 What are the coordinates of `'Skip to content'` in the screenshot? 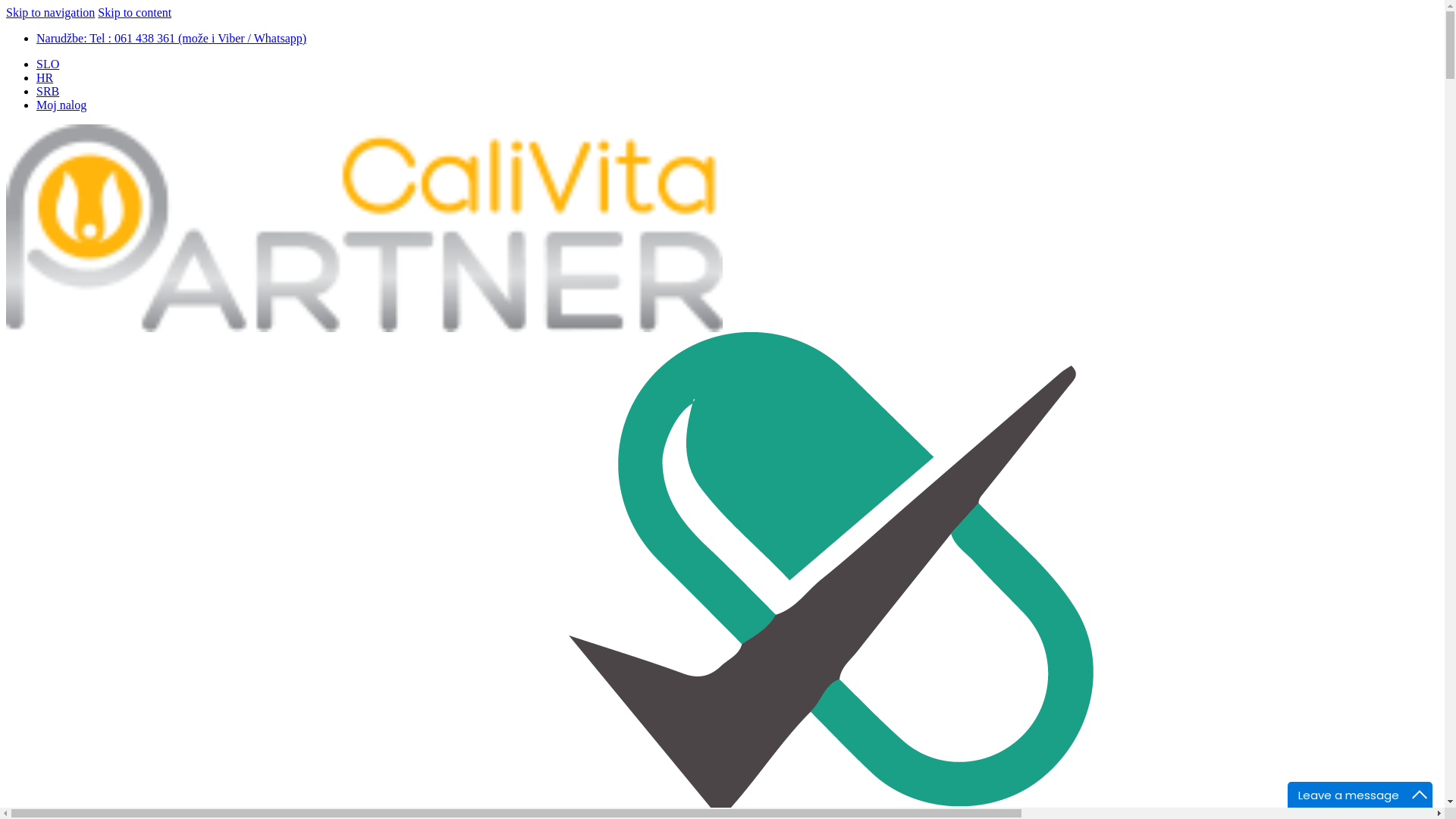 It's located at (134, 12).